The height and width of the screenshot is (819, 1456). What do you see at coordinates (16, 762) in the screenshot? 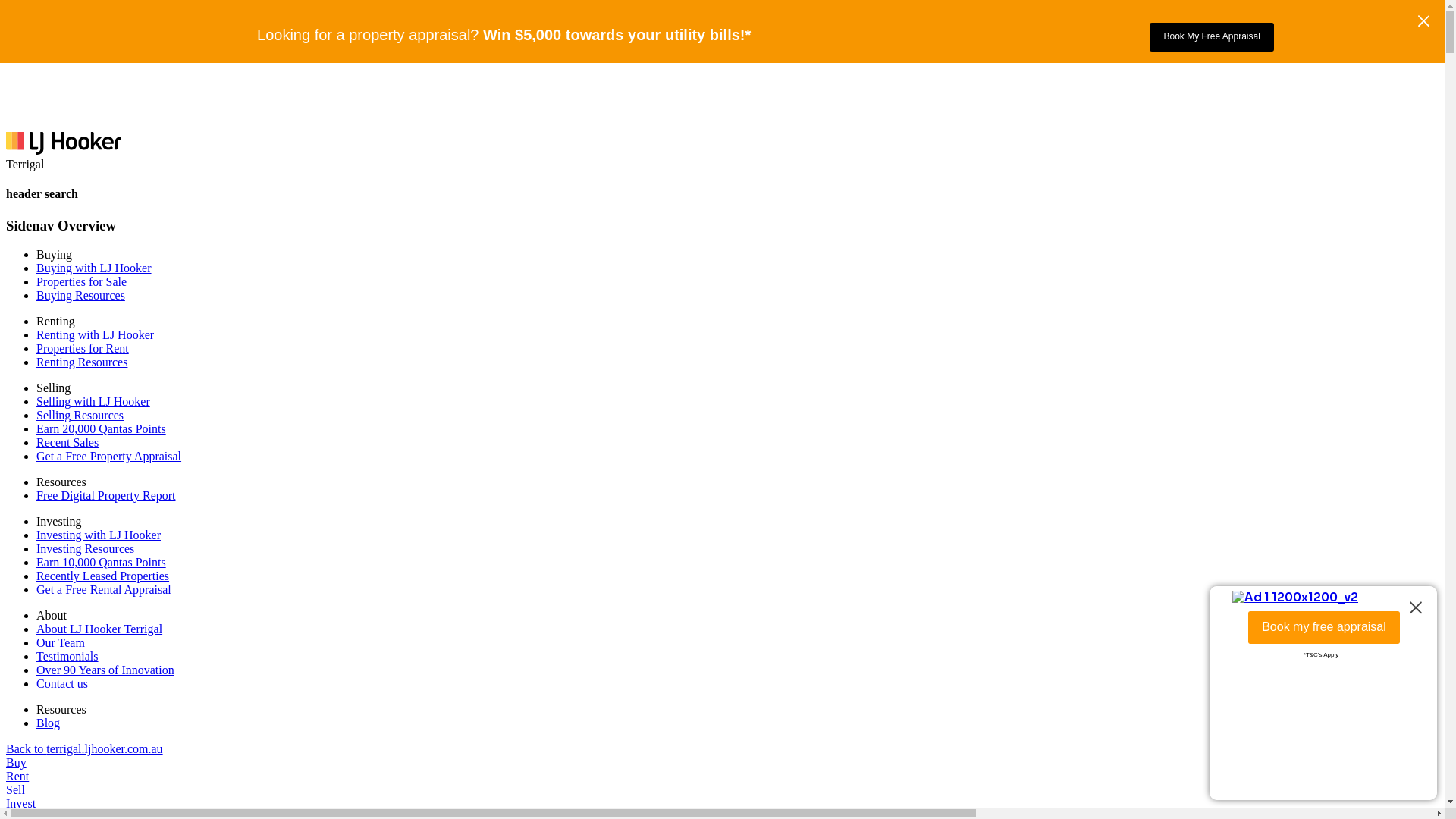
I see `'Buy'` at bounding box center [16, 762].